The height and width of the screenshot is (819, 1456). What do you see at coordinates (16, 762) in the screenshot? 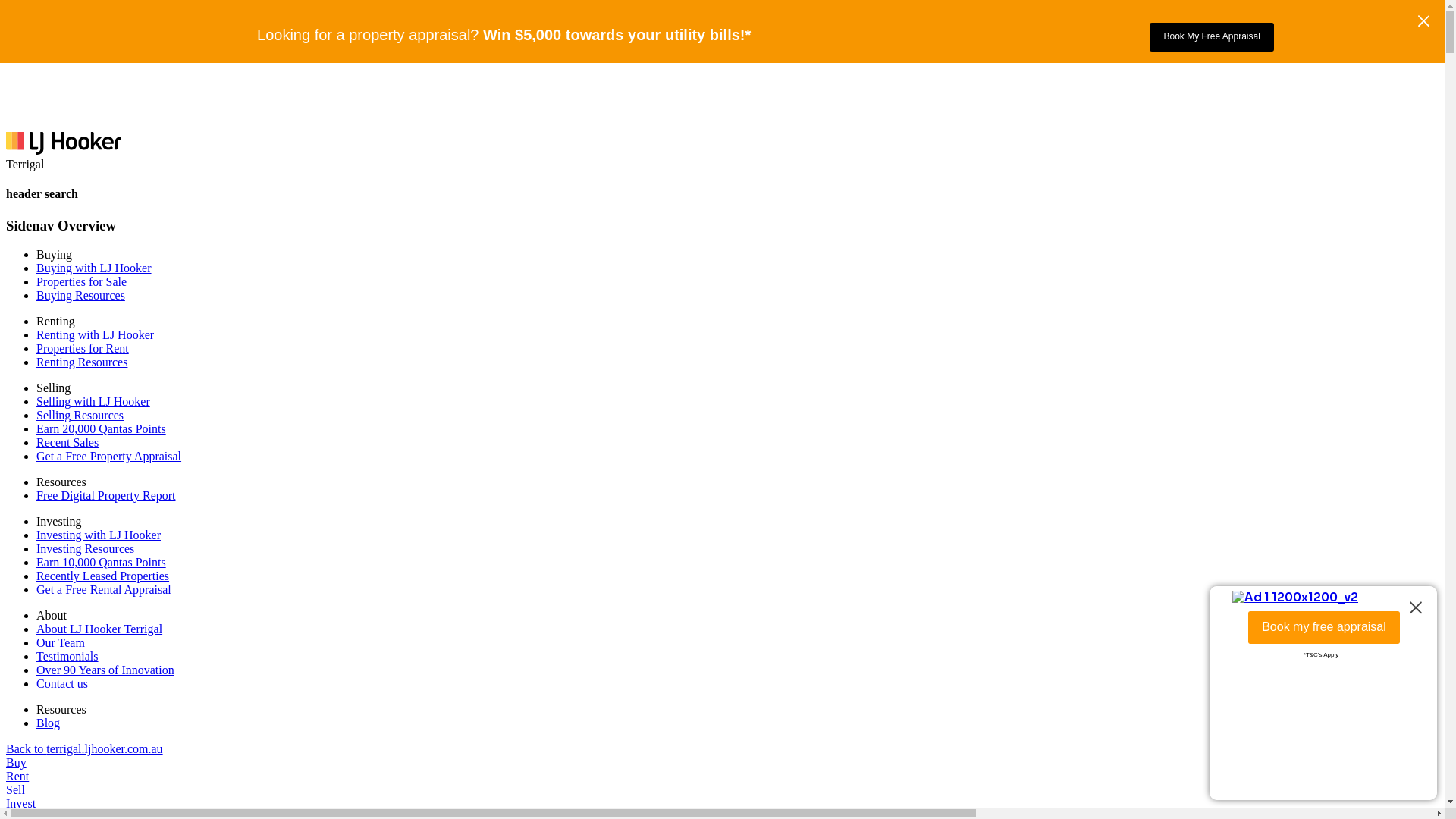
I see `'Buy'` at bounding box center [16, 762].